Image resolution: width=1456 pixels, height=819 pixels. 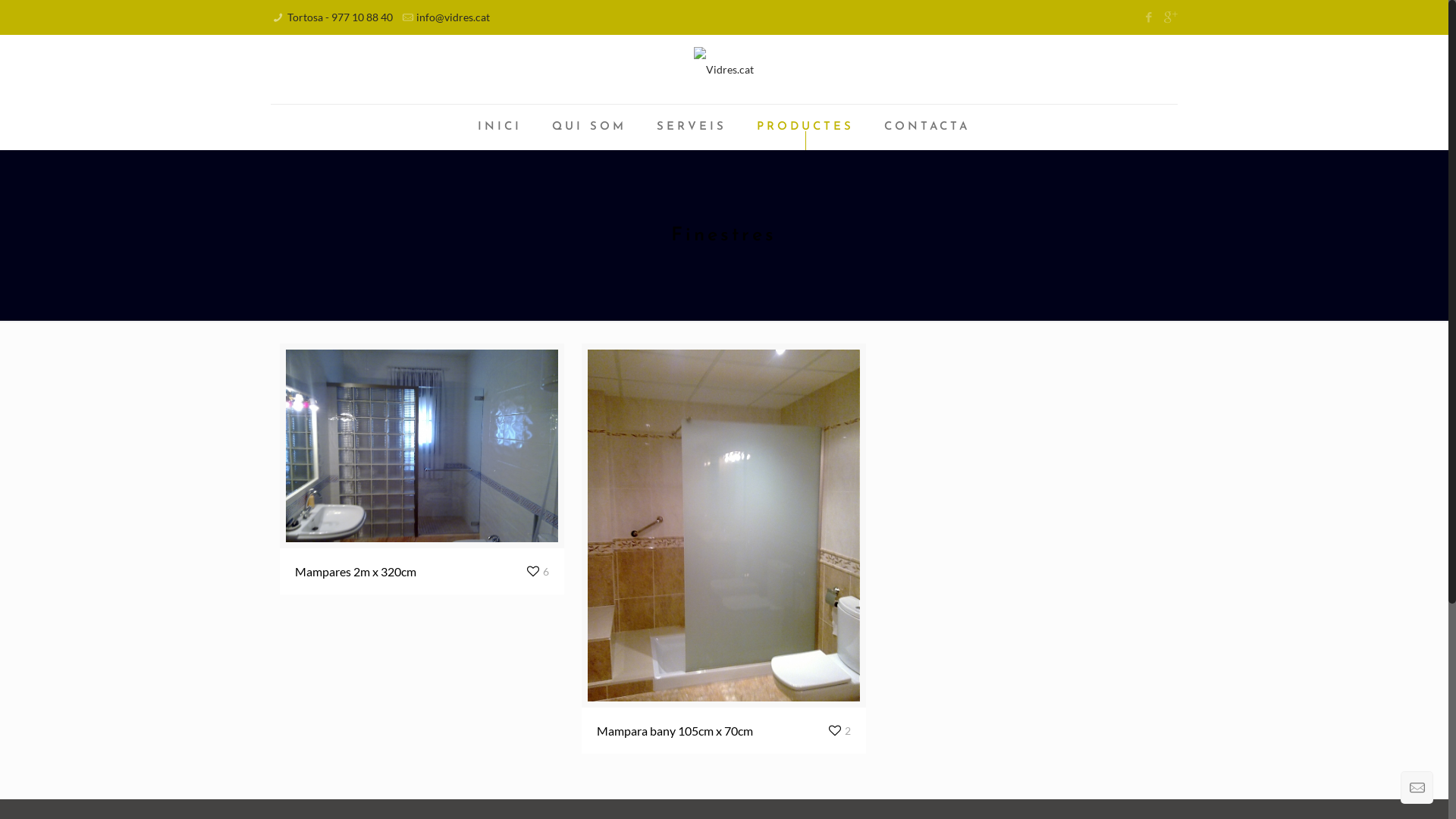 I want to click on 'PRODUCTES', so click(x=804, y=127).